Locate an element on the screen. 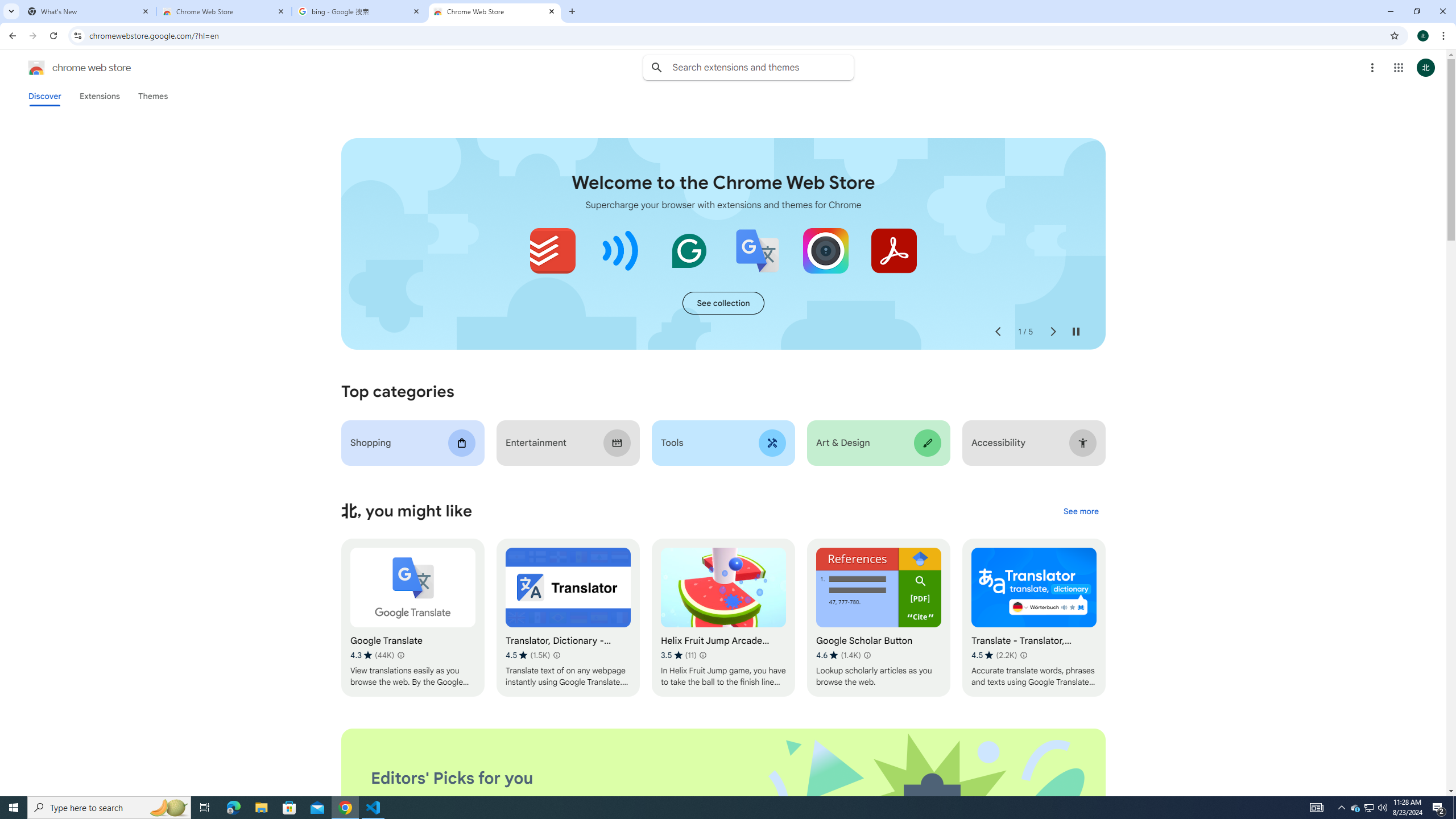  'Todoist for Chrome' is located at coordinates (552, 250).